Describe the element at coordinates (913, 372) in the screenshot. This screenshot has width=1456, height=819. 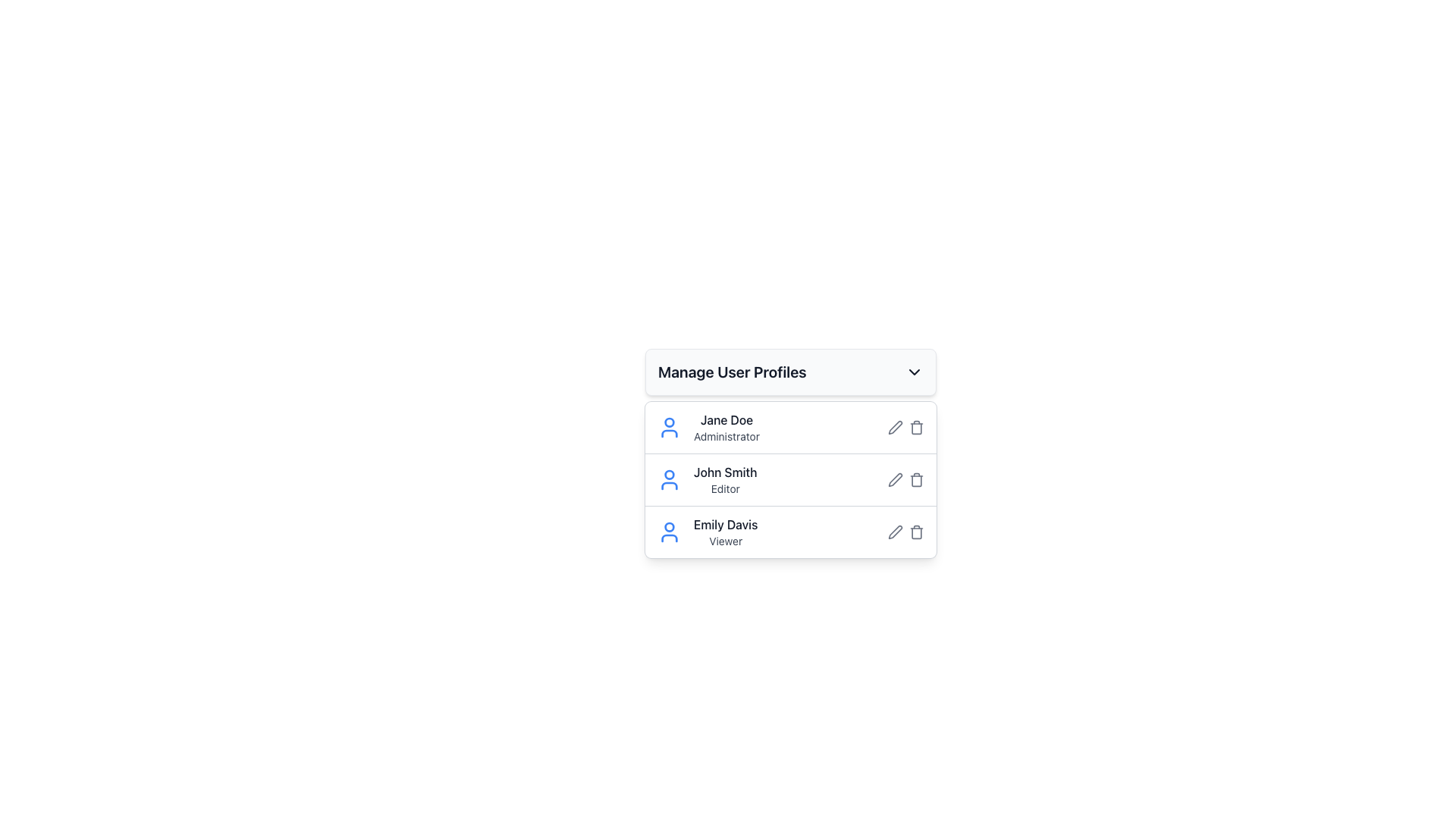
I see `the interactive chevron icon located at the rightmost part of the 'Manage User Profiles' section header` at that location.